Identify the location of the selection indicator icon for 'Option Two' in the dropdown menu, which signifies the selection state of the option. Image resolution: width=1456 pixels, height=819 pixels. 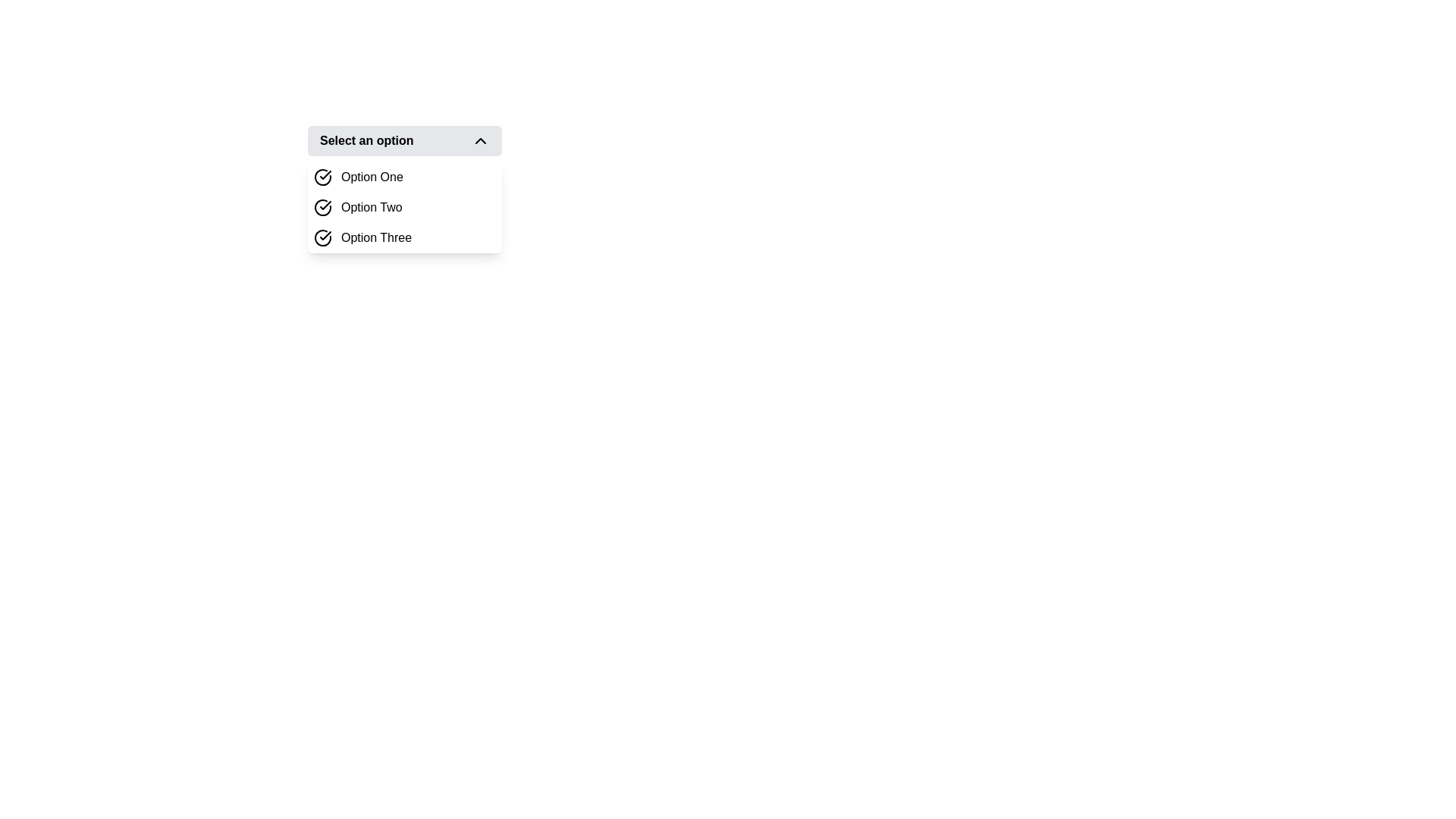
(322, 207).